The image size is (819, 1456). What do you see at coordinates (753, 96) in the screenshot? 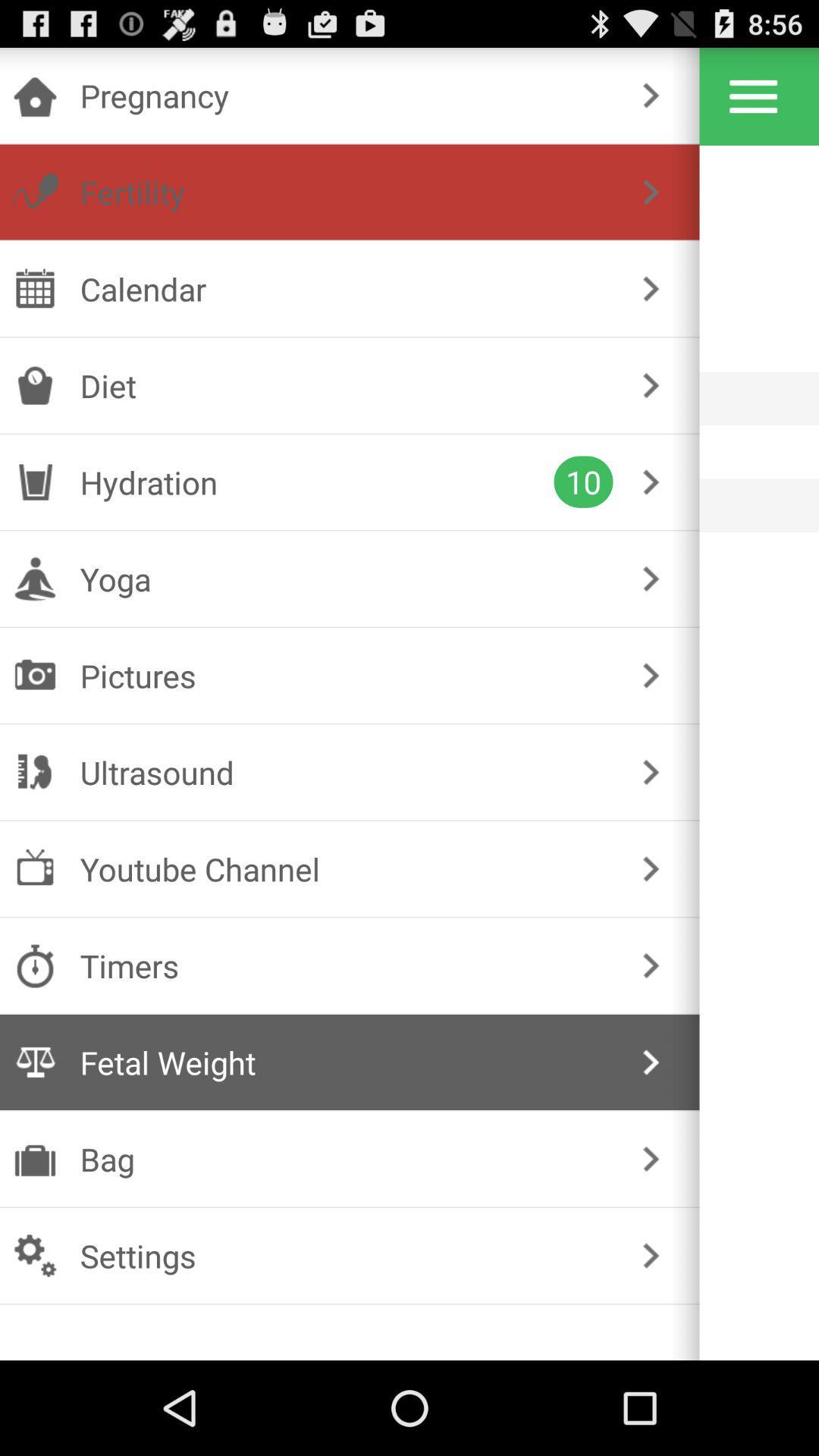
I see `menu` at bounding box center [753, 96].